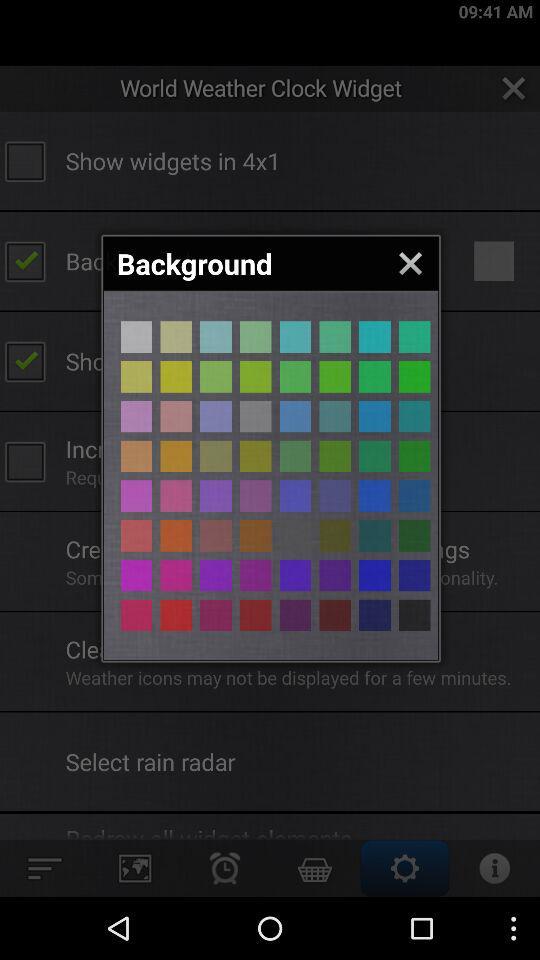  What do you see at coordinates (255, 375) in the screenshot?
I see `backround button` at bounding box center [255, 375].